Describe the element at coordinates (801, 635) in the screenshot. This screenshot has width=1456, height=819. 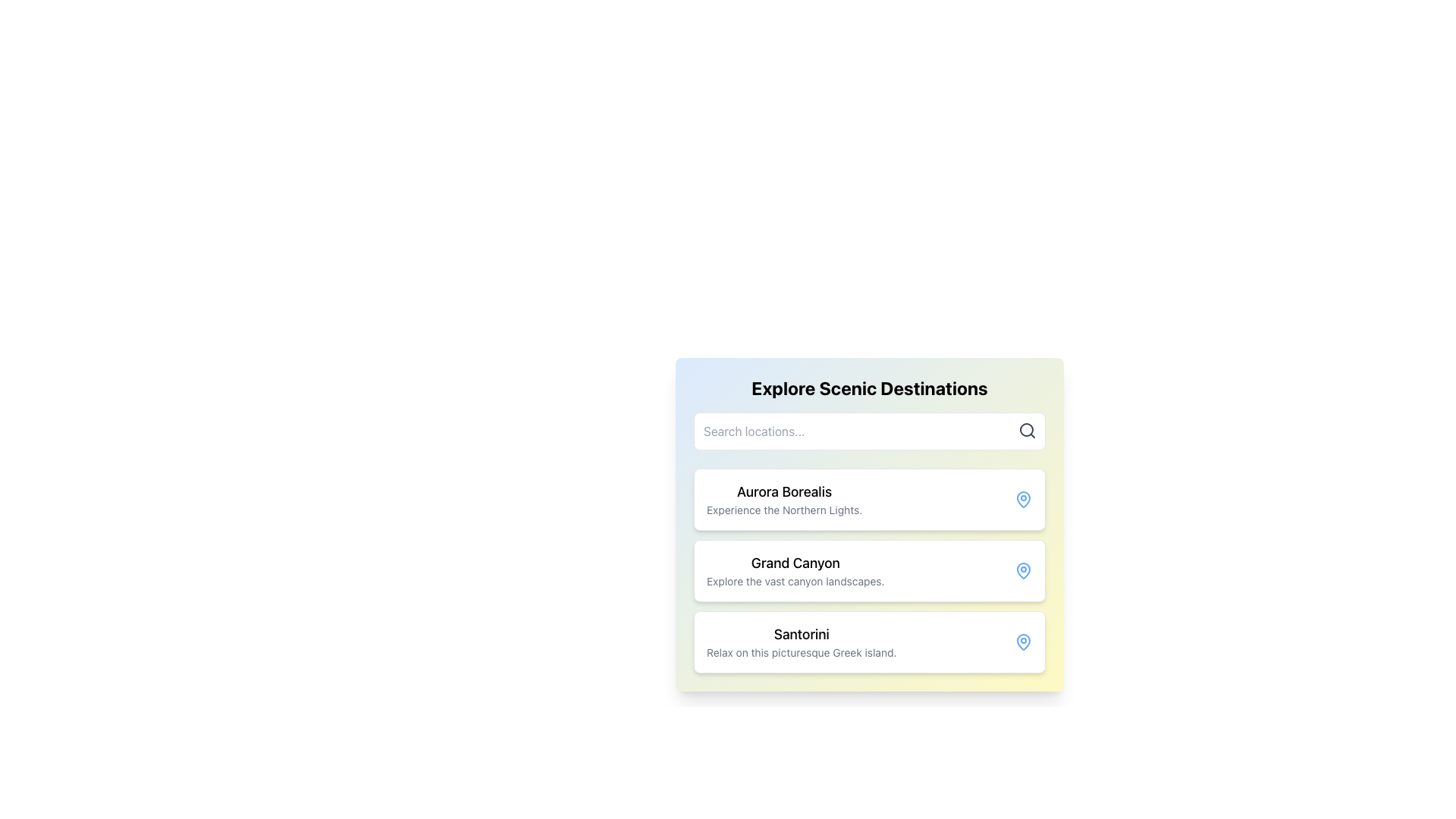
I see `header text 'Santorini' located at the center of the third list item in a vertical list of scenic destinations` at that location.